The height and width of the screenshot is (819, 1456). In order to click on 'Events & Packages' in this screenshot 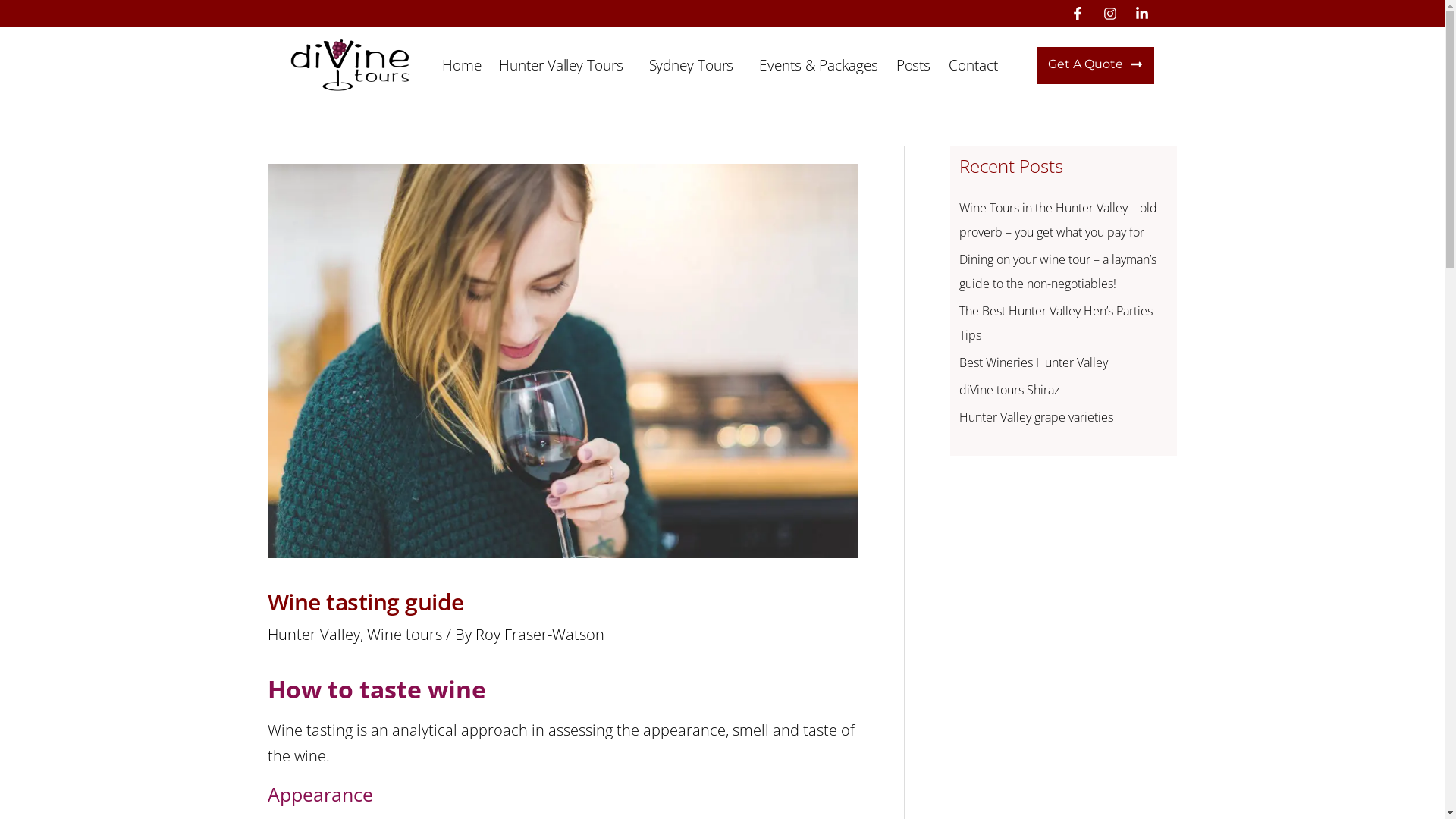, I will do `click(817, 64)`.